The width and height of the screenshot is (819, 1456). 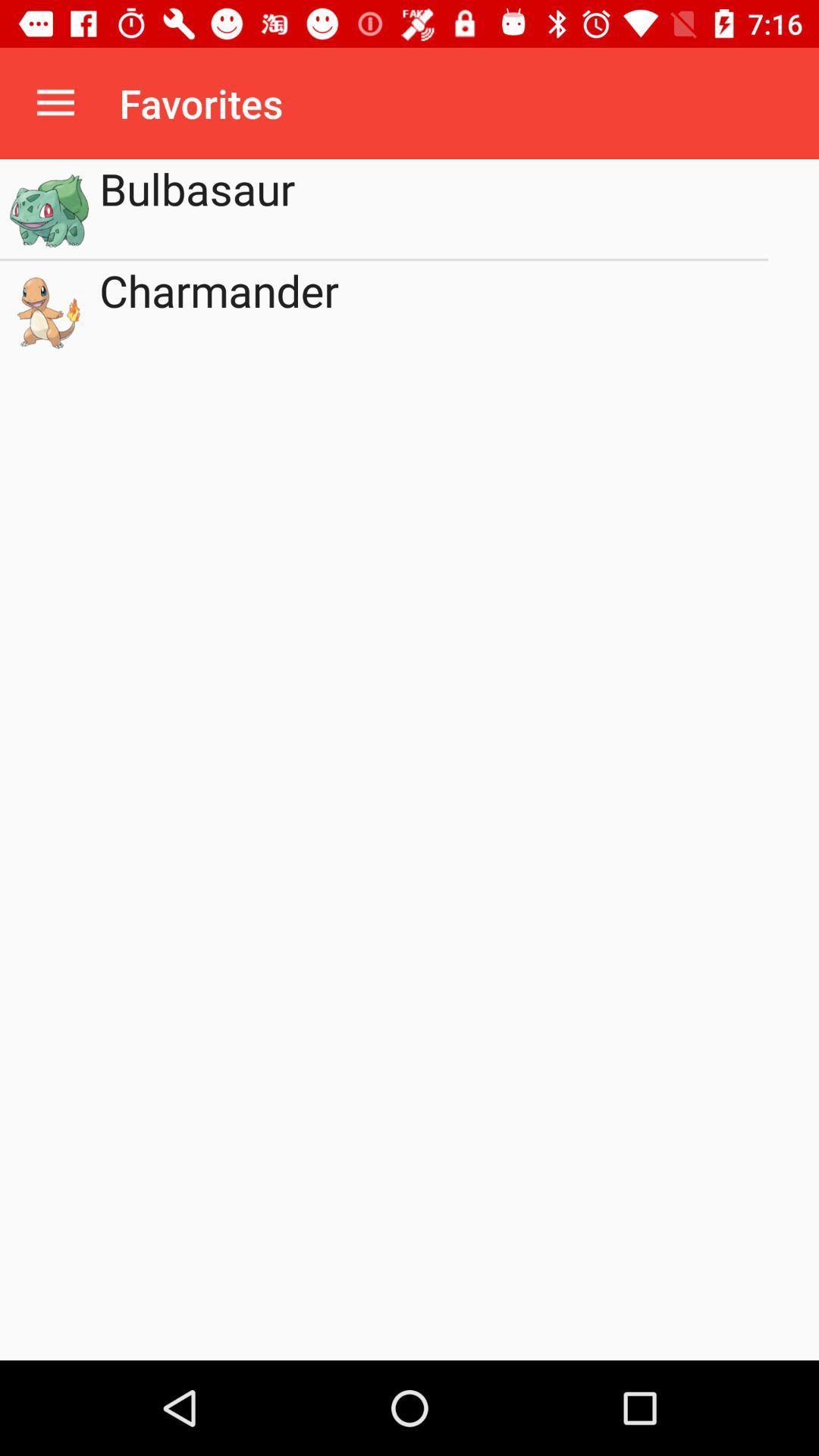 I want to click on item to the left of favorites item, so click(x=55, y=102).